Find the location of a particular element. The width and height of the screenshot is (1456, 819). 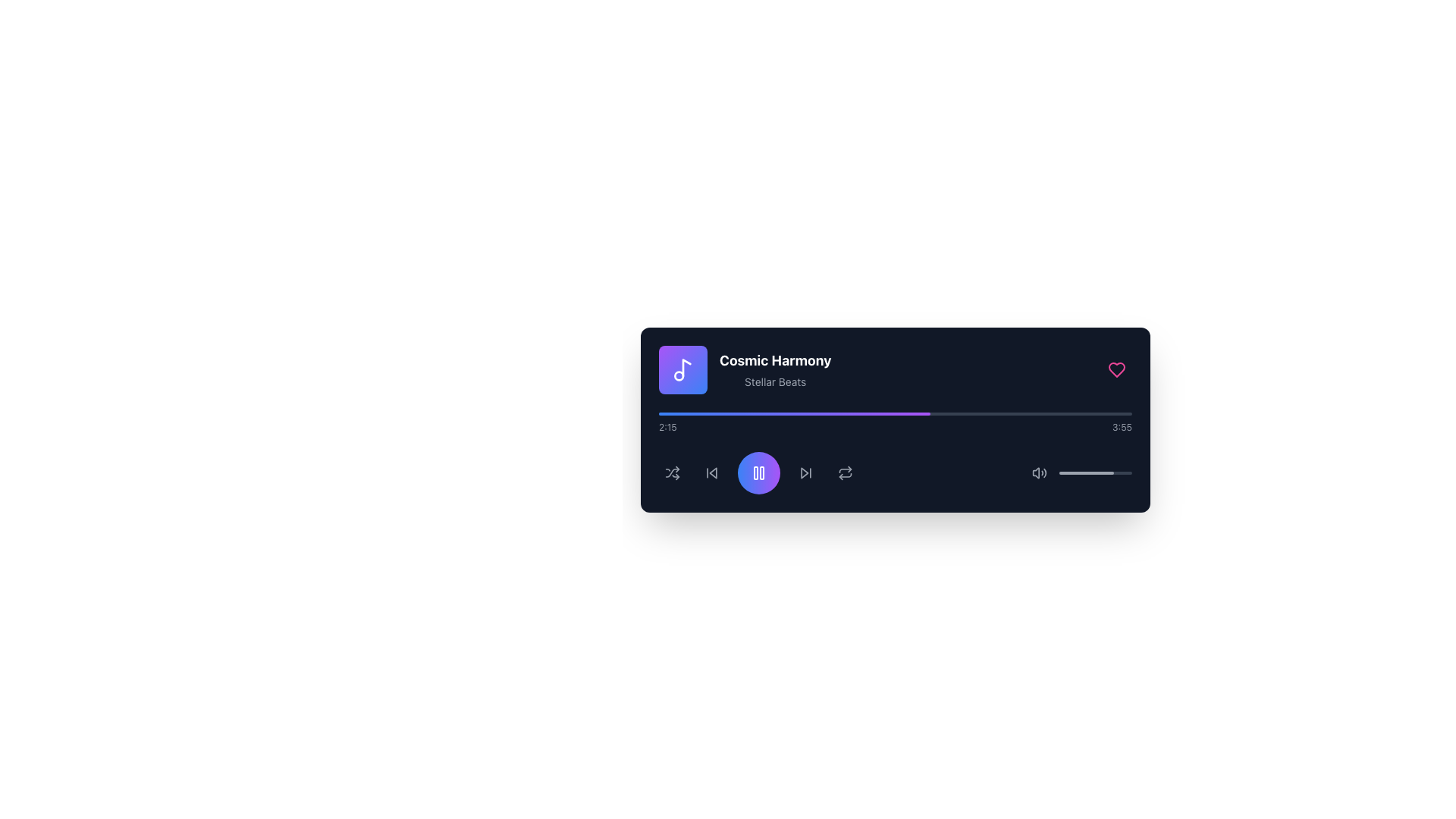

the volume slider is located at coordinates (1121, 472).